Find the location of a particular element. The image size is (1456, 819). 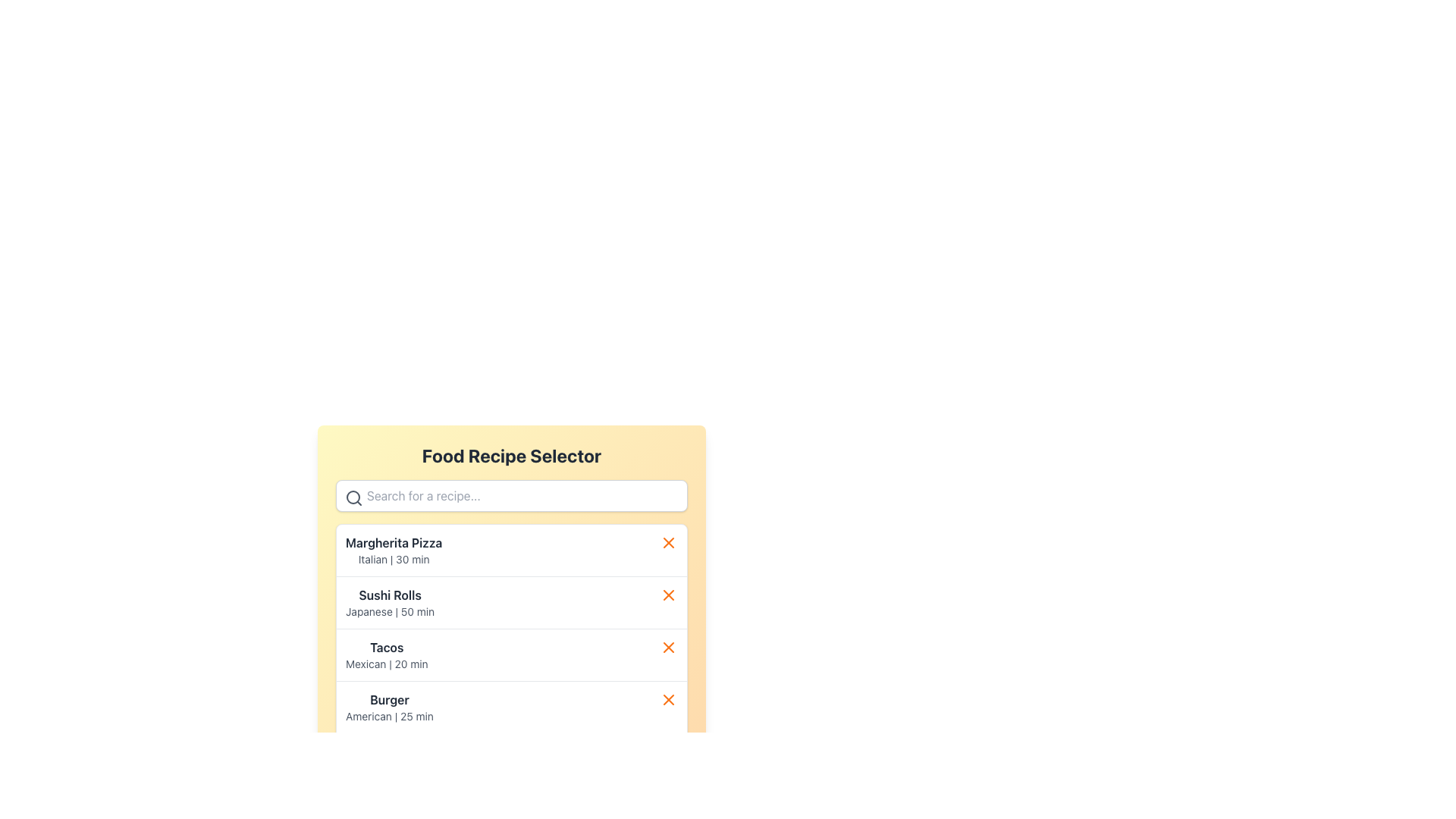

the 'Tacos' recipe title in the Food Recipe Selector list is located at coordinates (387, 647).